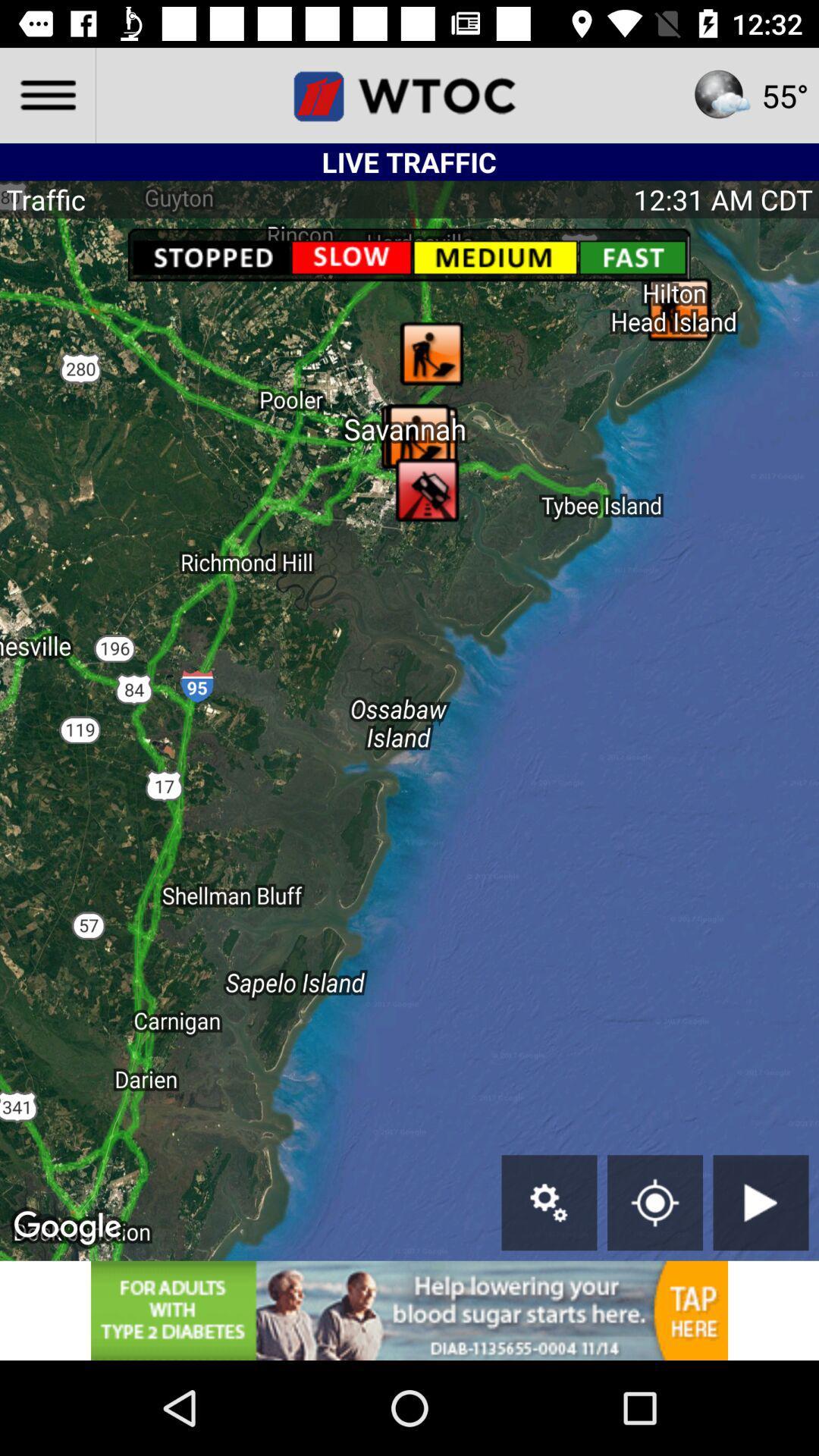  Describe the element at coordinates (721, 94) in the screenshot. I see `weather icon` at that location.